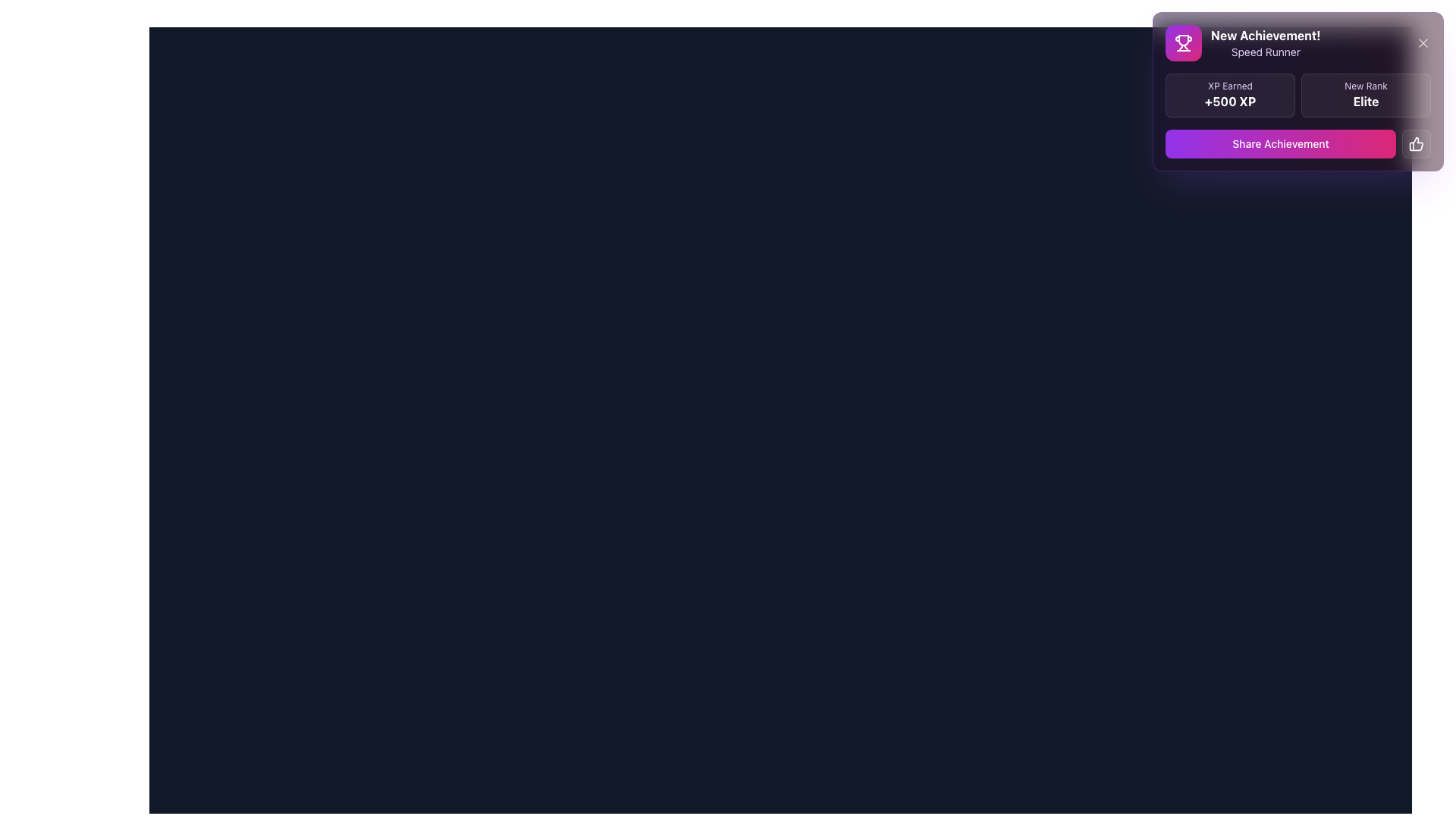  I want to click on contents of the Informative display component located in the achievement notification box, positioned below 'New Achievement! Speed Runner' and above the 'Share Achievement' button, so click(1298, 96).